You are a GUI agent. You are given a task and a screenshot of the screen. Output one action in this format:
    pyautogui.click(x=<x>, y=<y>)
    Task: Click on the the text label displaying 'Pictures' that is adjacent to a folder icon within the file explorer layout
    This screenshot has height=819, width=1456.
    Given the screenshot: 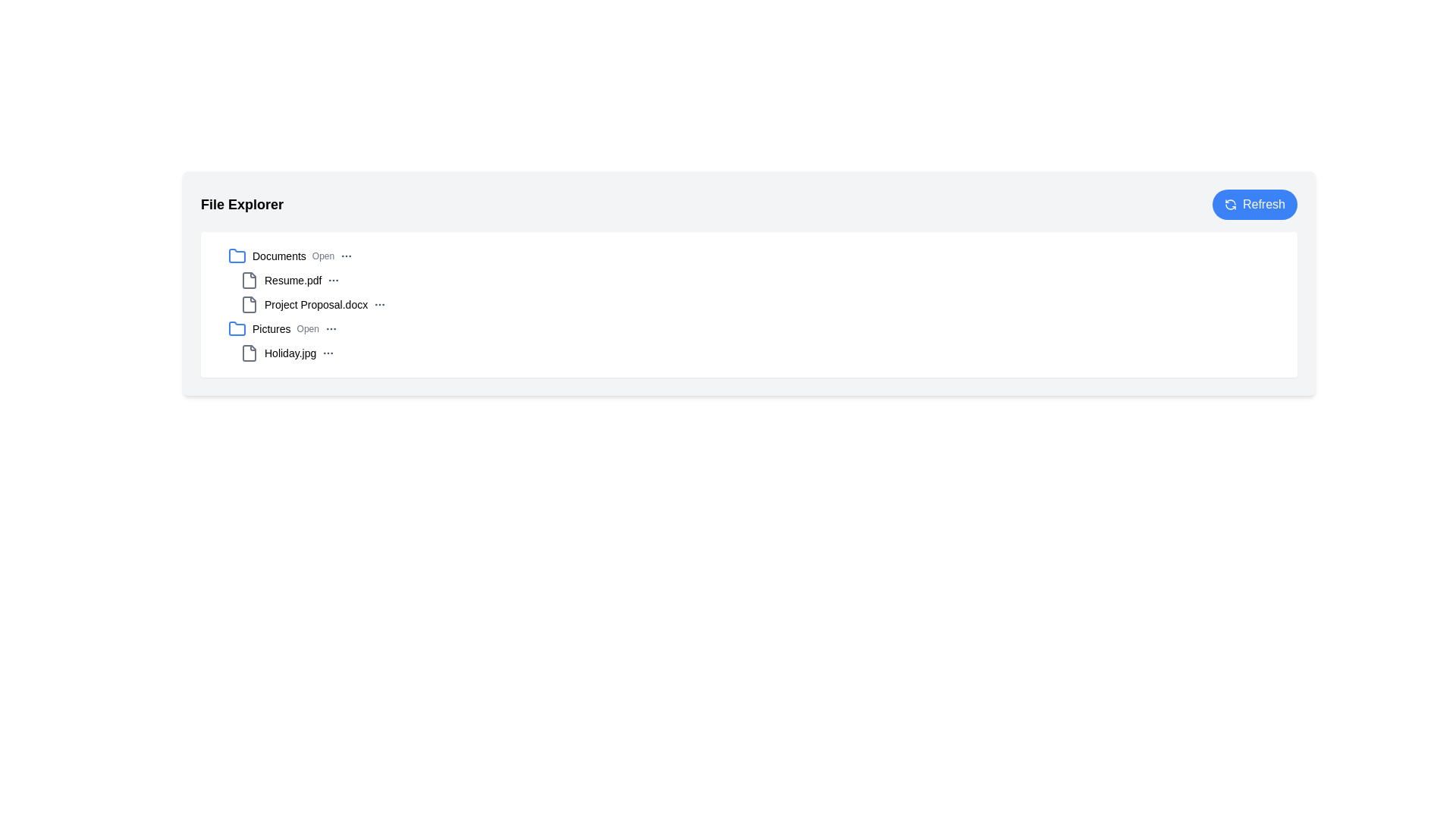 What is the action you would take?
    pyautogui.click(x=271, y=328)
    